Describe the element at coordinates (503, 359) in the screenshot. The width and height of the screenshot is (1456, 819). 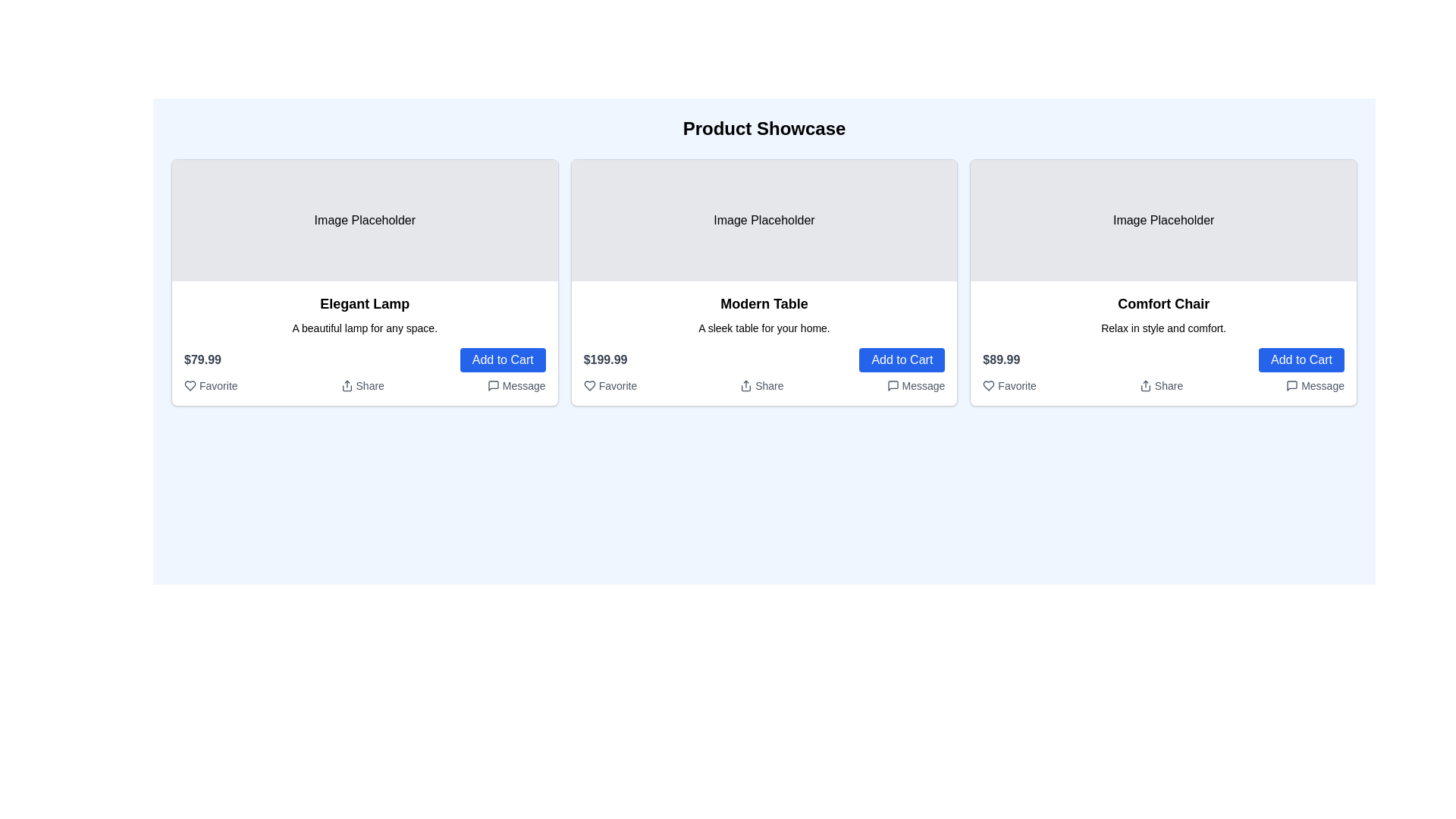
I see `the 'Add to Cart' button with a blue background and white text, located within the product card for 'Elegant Lamp'` at that location.